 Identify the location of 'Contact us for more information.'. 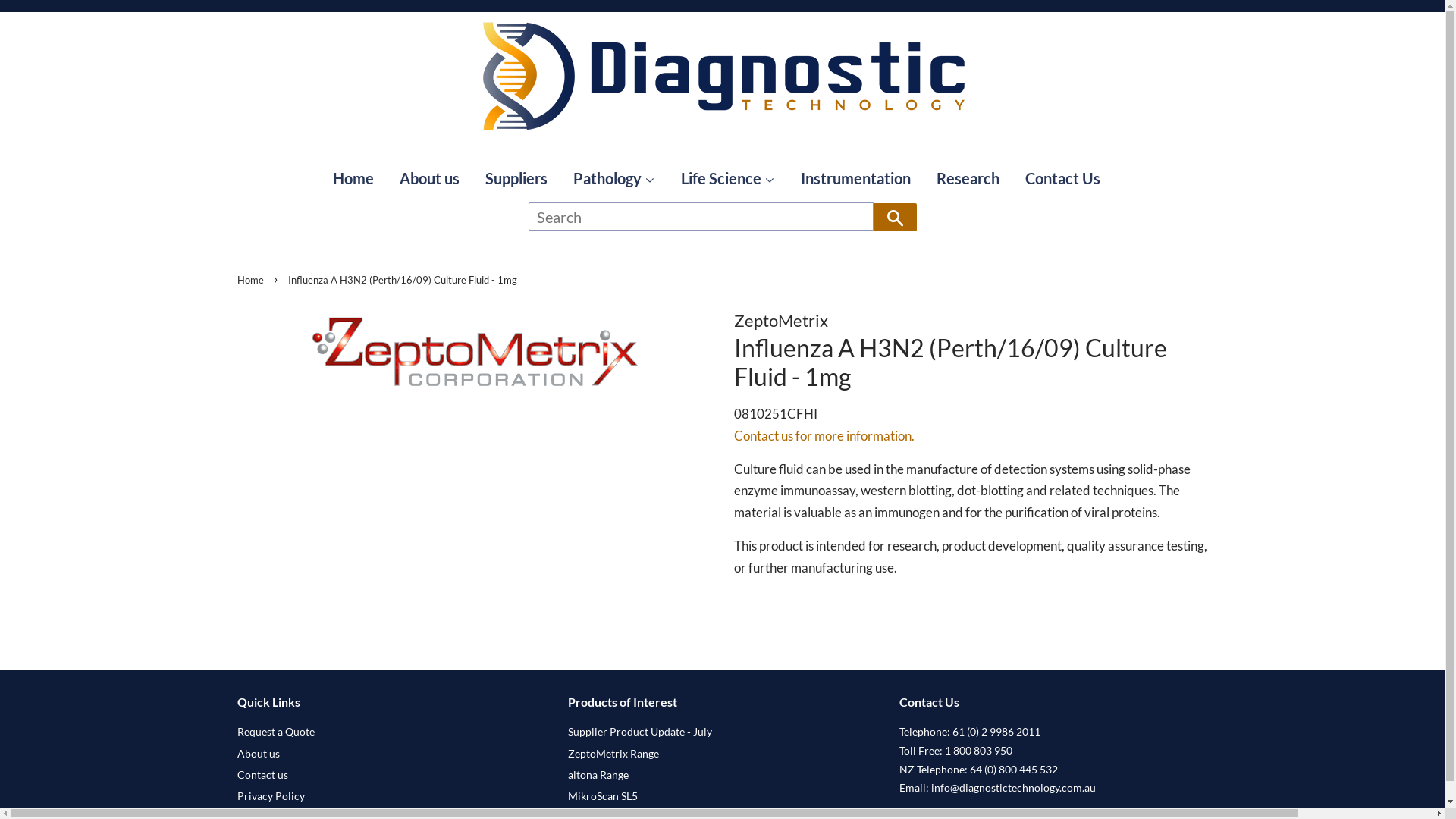
(823, 435).